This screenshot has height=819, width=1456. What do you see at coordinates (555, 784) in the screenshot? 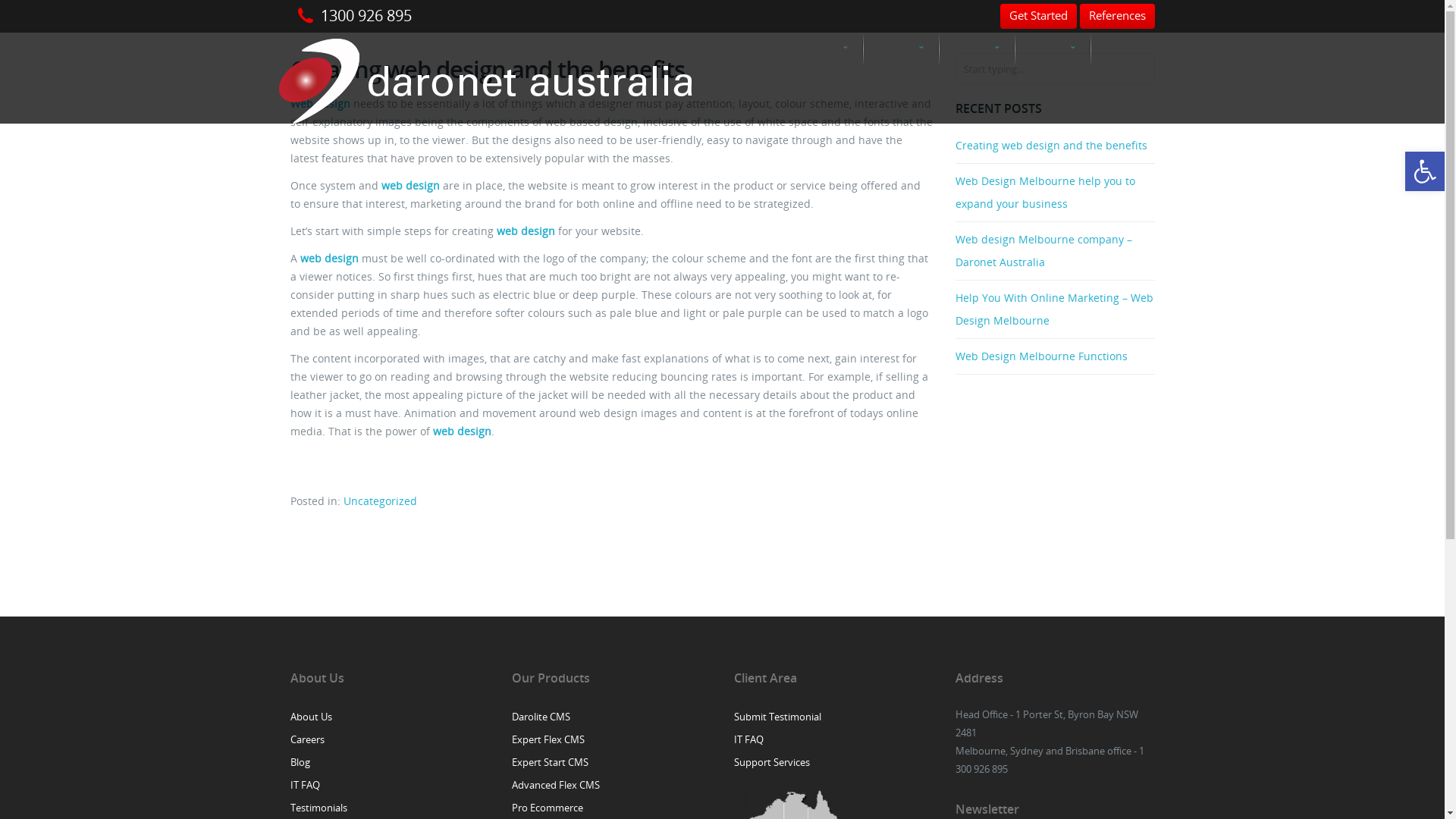
I see `'Advanced Flex CMS'` at bounding box center [555, 784].